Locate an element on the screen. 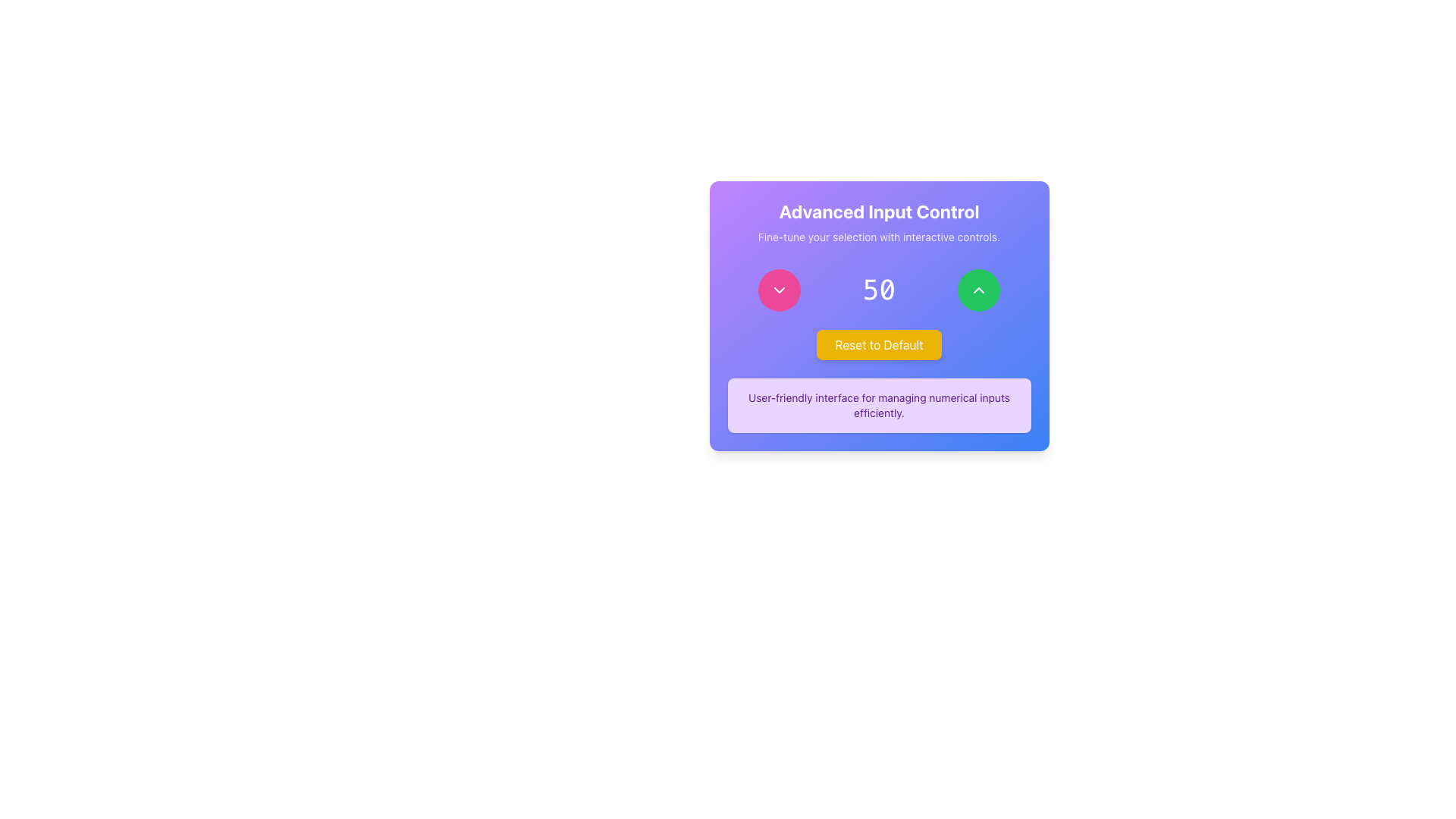 This screenshot has height=819, width=1456. the text label that reads 'Fine-tune your selection with interactive controls.' which has a purple-to-blue gradient background, located below the title 'Advanced Input Control' is located at coordinates (879, 237).